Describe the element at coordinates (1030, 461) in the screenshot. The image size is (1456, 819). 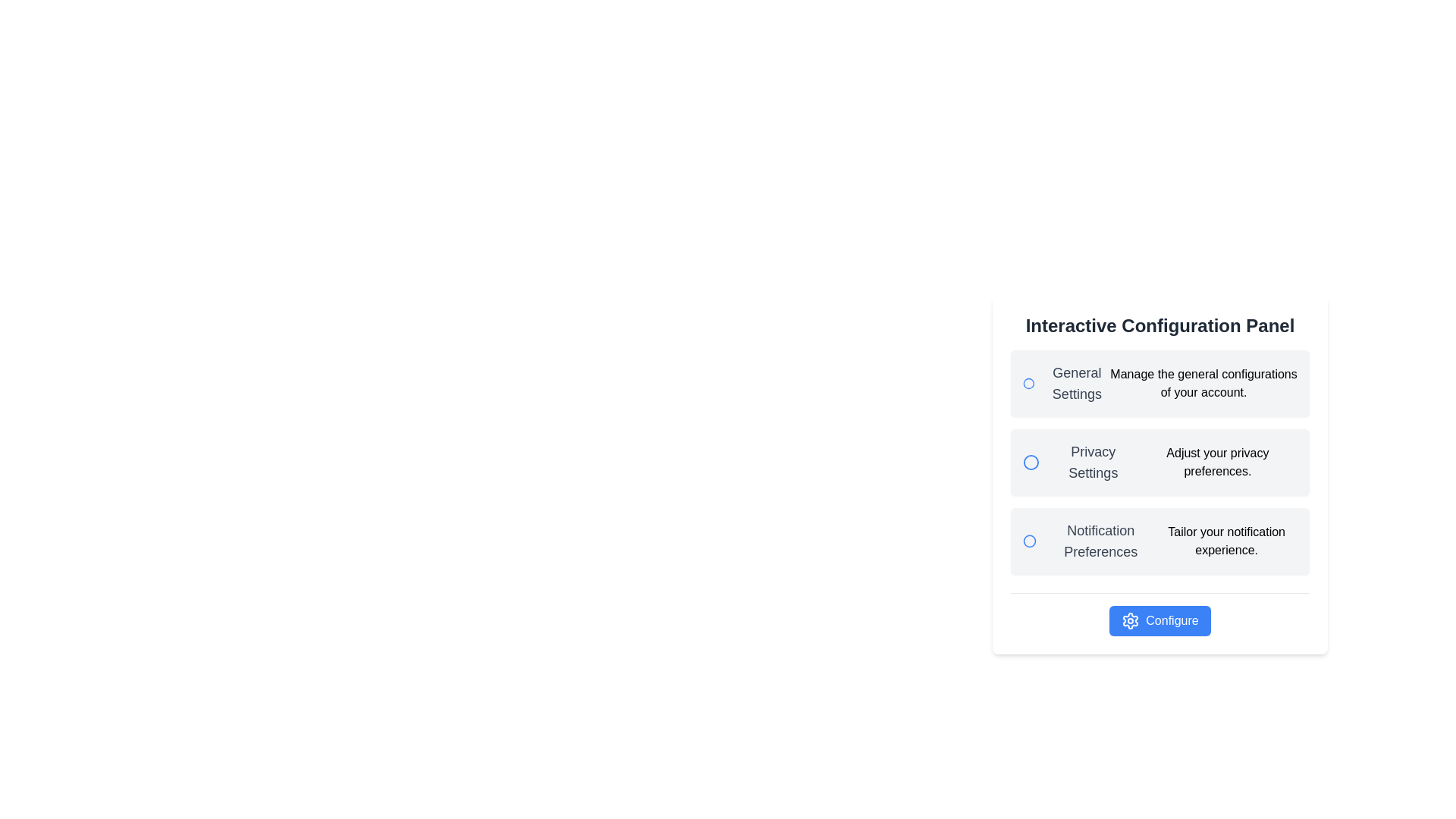
I see `the blue-bordered circle graphic next to the 'Privacy Settings' text in the second row of the configuration panel` at that location.